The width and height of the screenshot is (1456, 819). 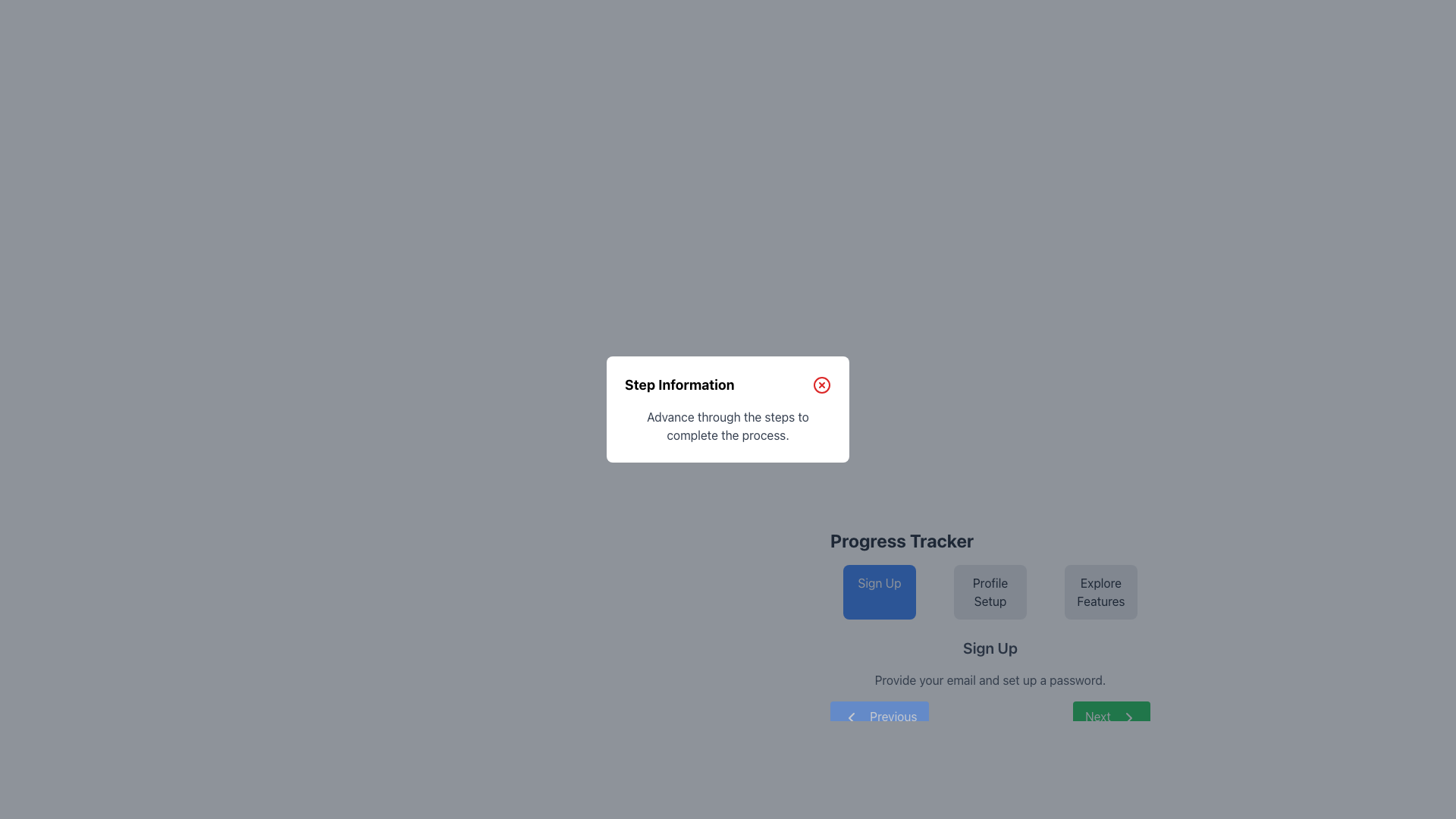 What do you see at coordinates (990, 679) in the screenshot?
I see `the instructional text label guiding the user to supply their email address and choose a password during the sign-up process, located under the 'Sign Up' heading` at bounding box center [990, 679].